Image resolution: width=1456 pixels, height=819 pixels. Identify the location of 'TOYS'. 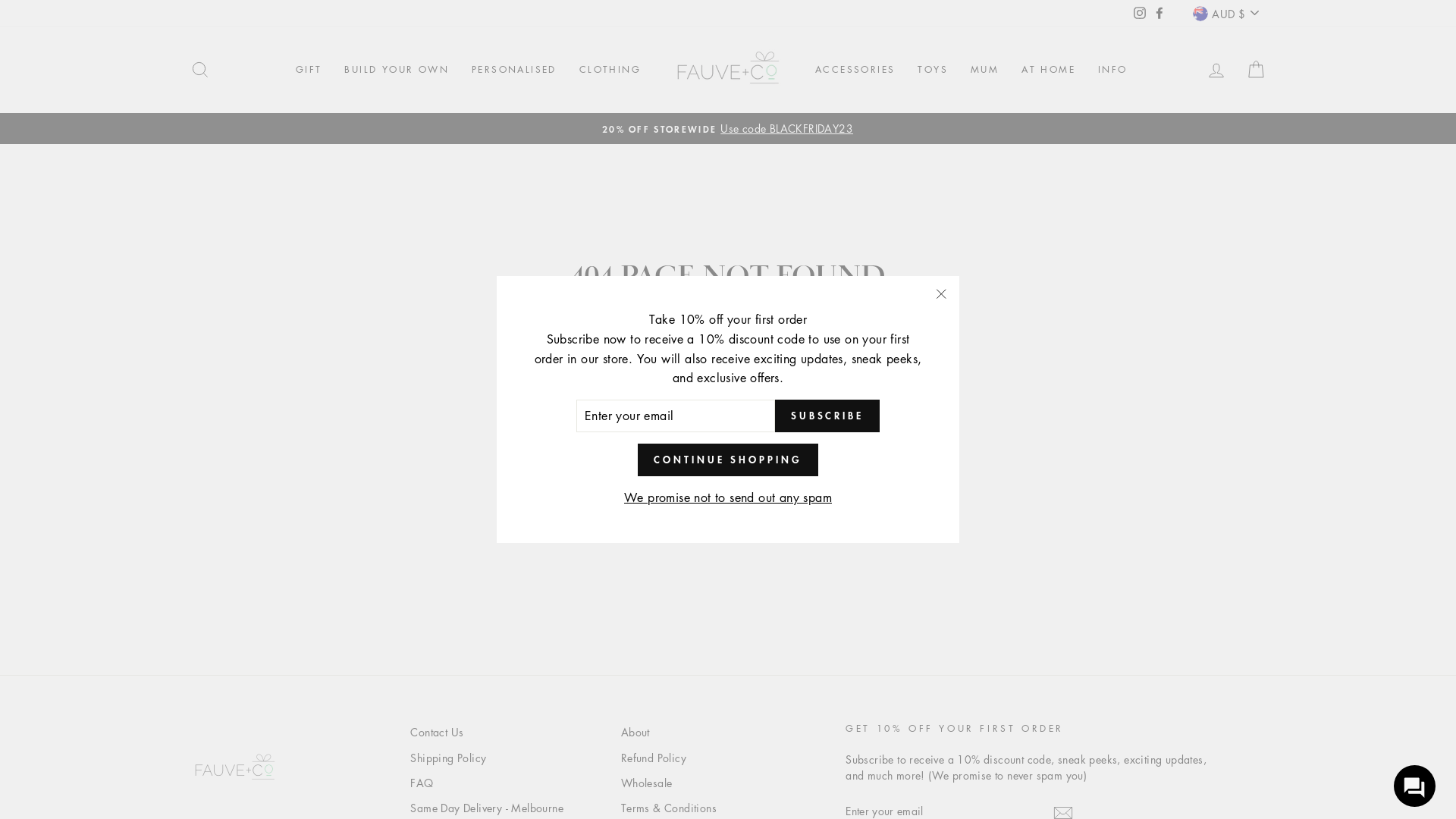
(931, 70).